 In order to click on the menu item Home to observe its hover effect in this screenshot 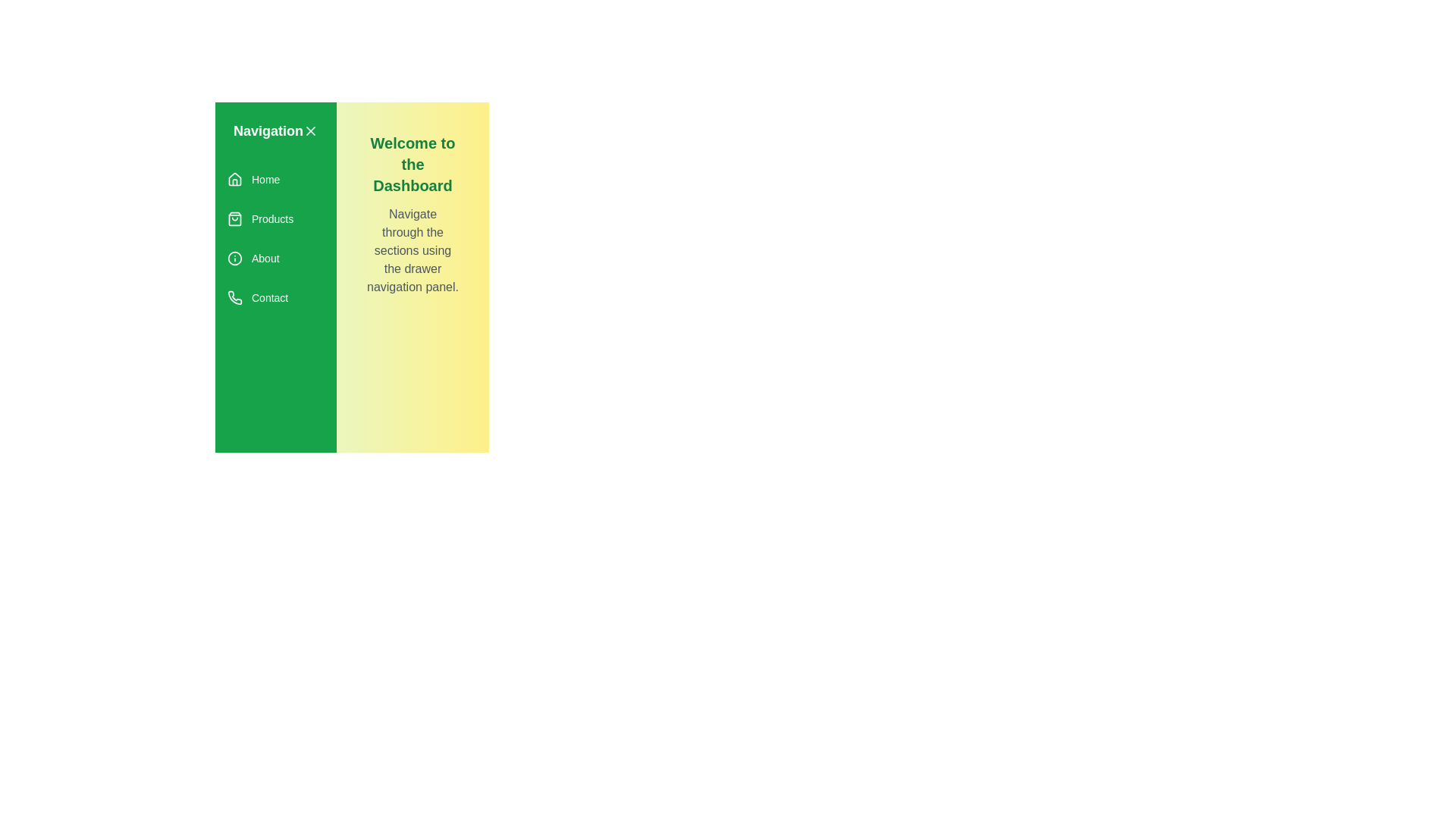, I will do `click(276, 178)`.